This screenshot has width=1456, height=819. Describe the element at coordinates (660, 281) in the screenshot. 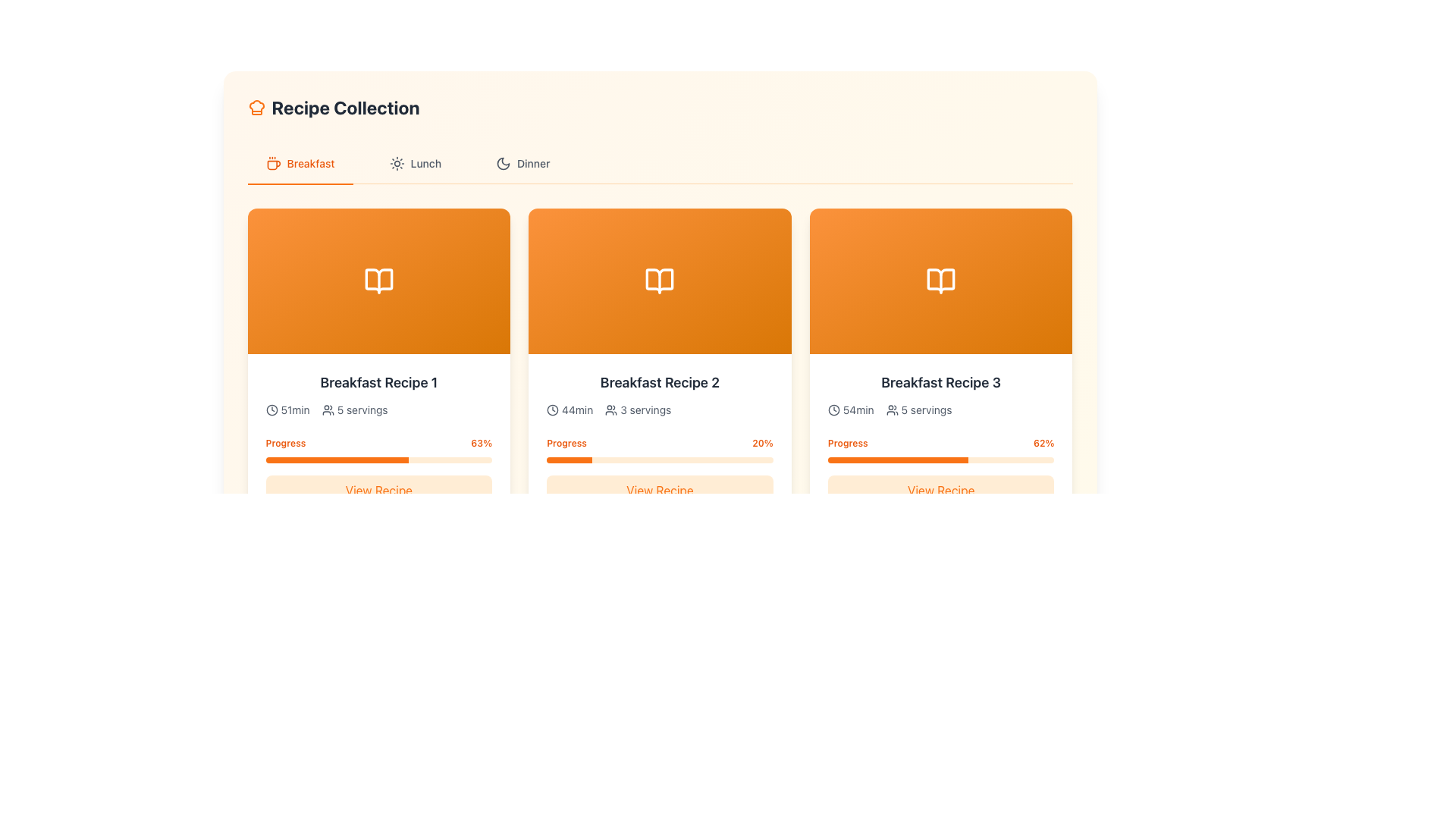

I see `the decorative book icon located at the top-center of the 'Breakfast Recipe 1' card, which serves as a thematic indicator for recipes` at that location.